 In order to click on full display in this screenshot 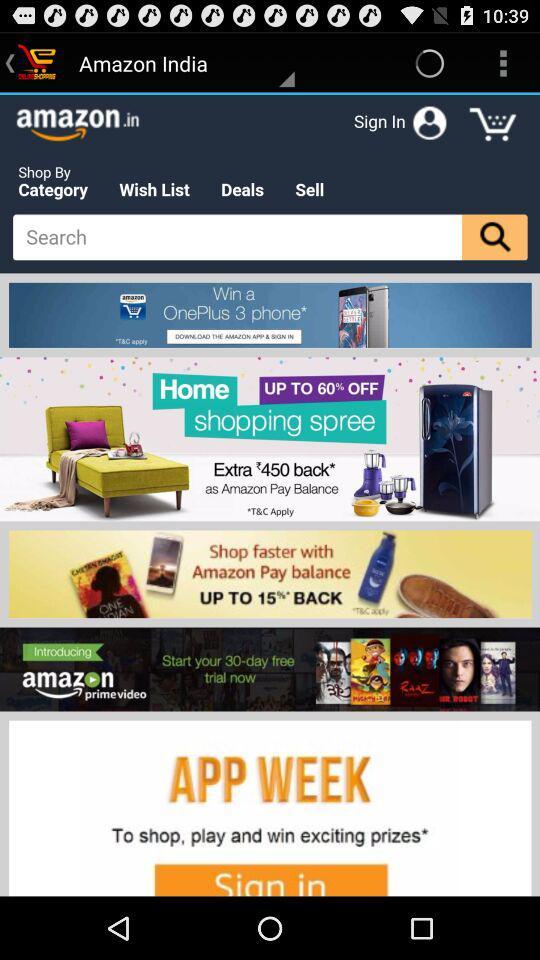, I will do `click(270, 494)`.